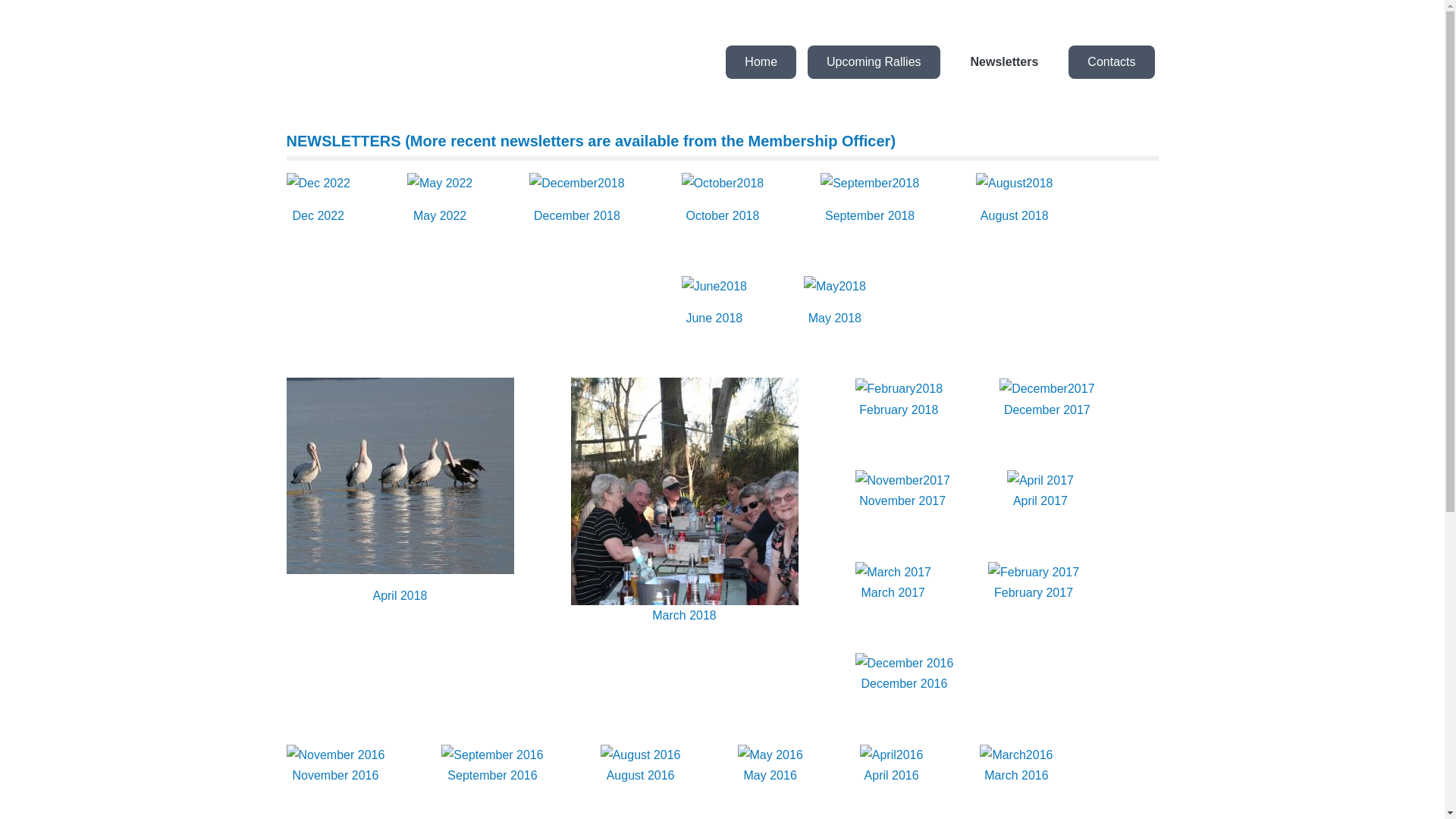 This screenshot has width=1456, height=819. I want to click on 'March 2017', so click(893, 591).